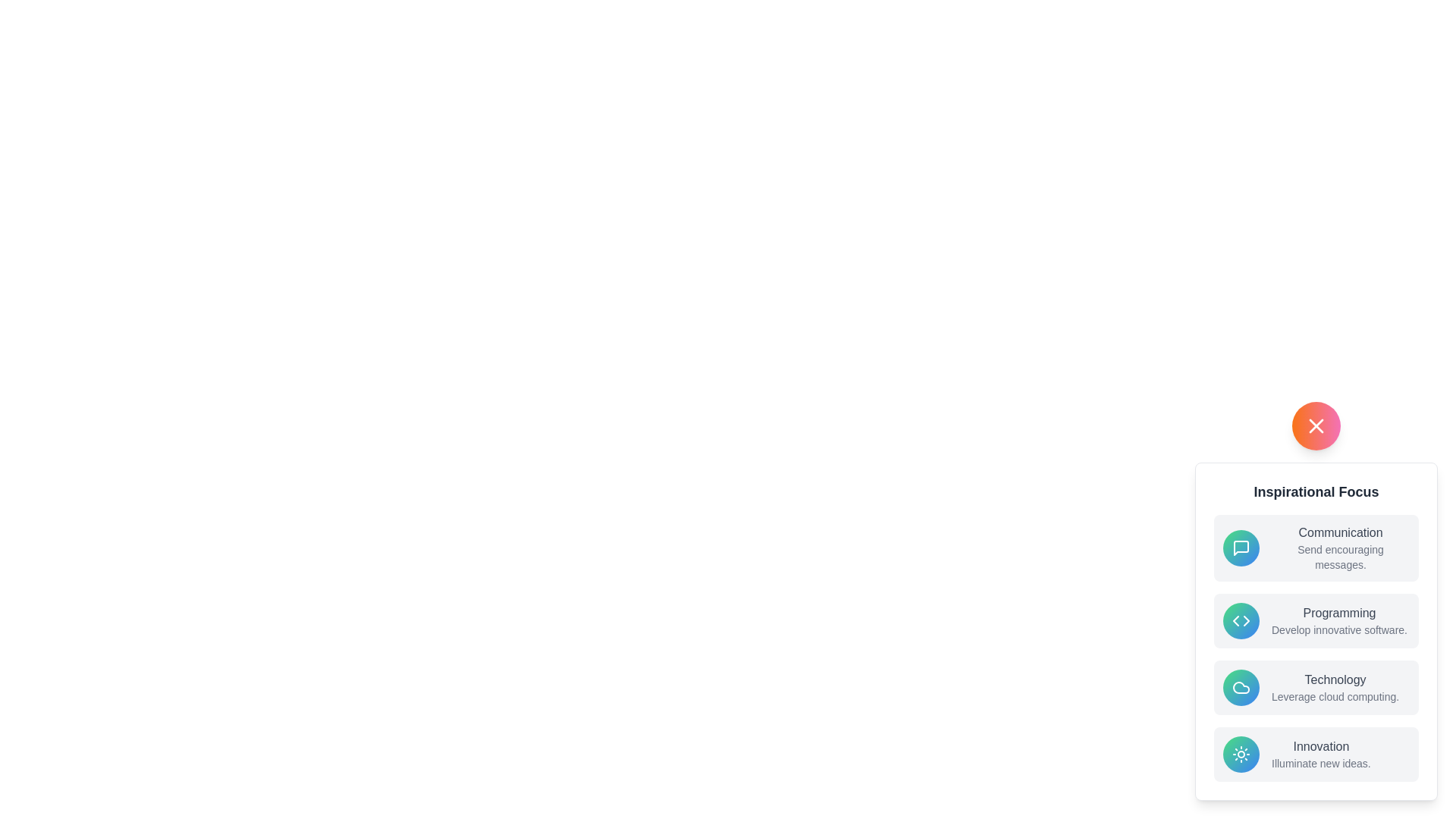  Describe the element at coordinates (1316, 755) in the screenshot. I see `the Innovation menu item` at that location.